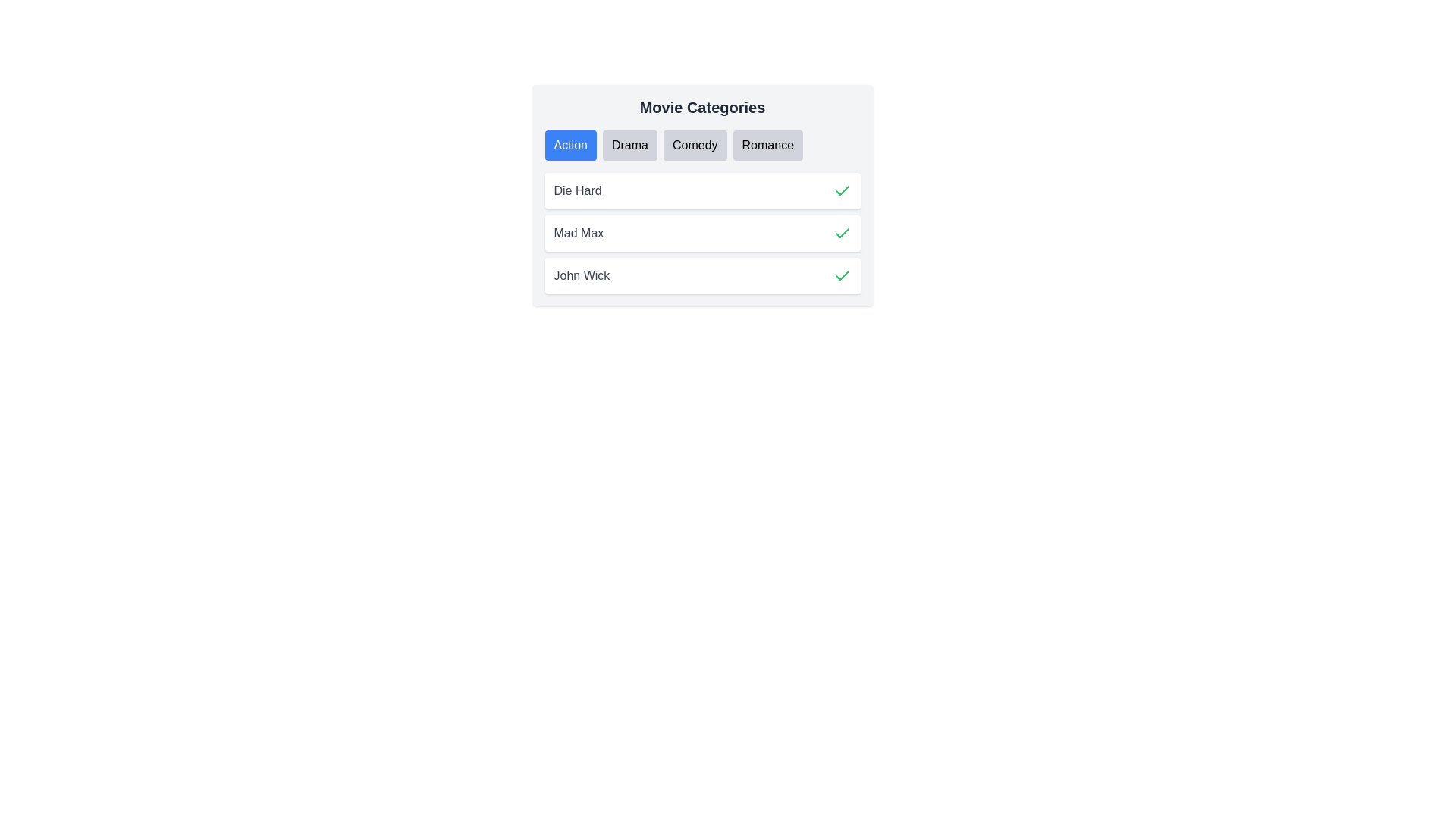 This screenshot has height=819, width=1456. Describe the element at coordinates (841, 234) in the screenshot. I see `the green checkmark icon` at that location.